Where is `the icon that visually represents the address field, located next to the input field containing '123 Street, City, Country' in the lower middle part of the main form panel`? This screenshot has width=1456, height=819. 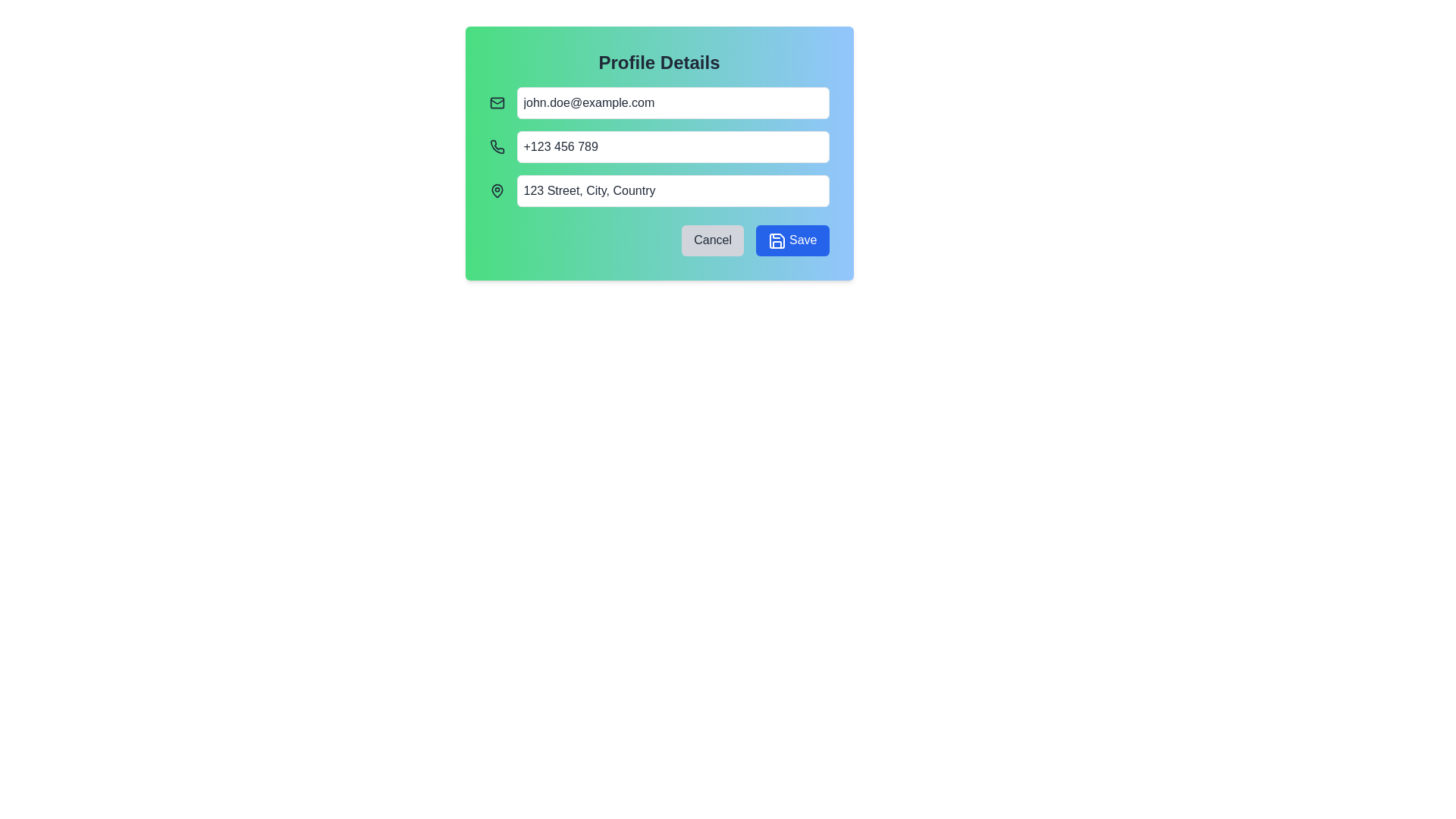 the icon that visually represents the address field, located next to the input field containing '123 Street, City, Country' in the lower middle part of the main form panel is located at coordinates (497, 190).